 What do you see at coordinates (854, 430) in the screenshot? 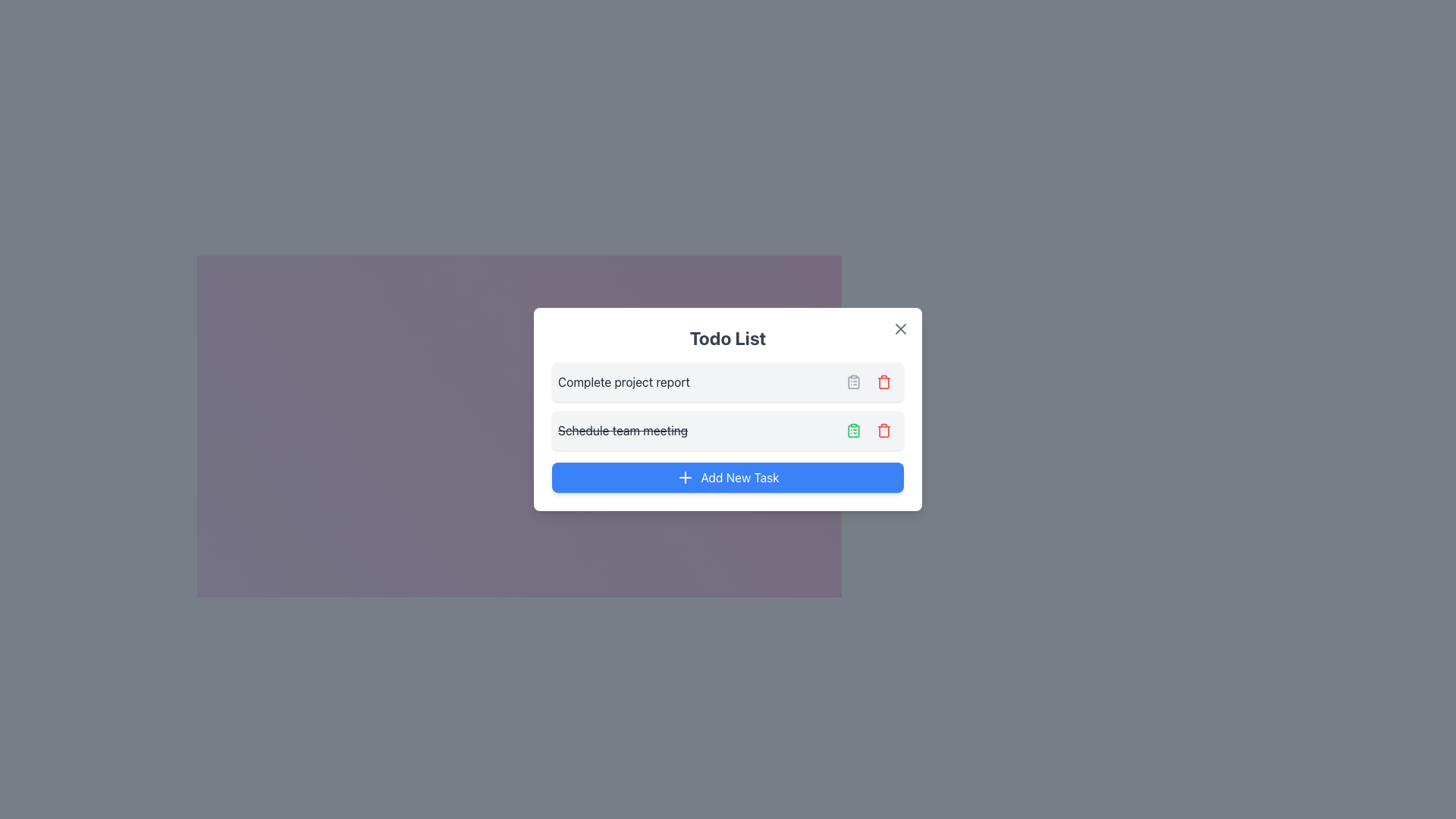
I see `the green clipboard icon located to the right of the task title in the second task of the to-do list interface` at bounding box center [854, 430].